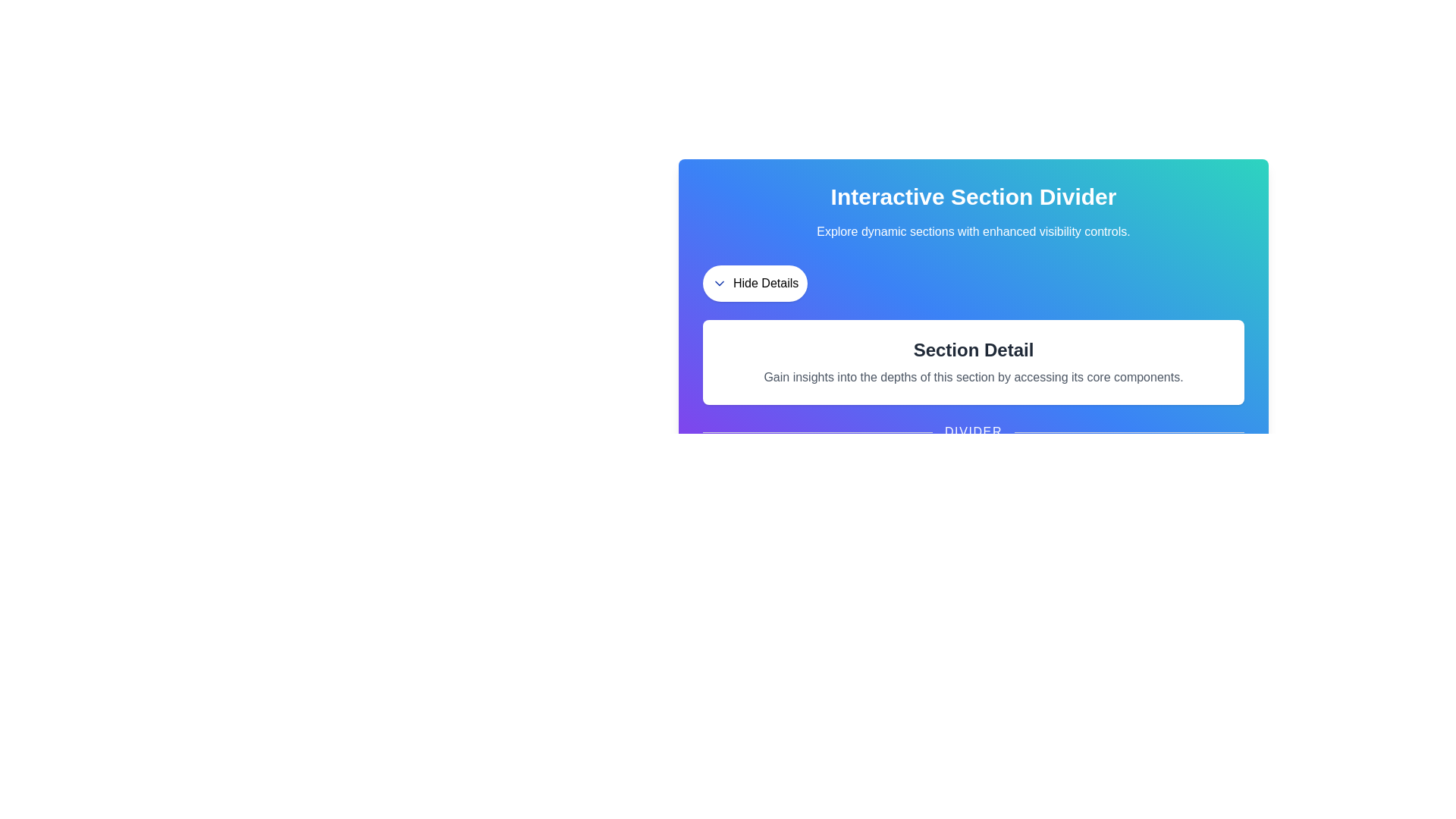 The image size is (1456, 819). Describe the element at coordinates (973, 376) in the screenshot. I see `the descriptive text element located below the 'Section Detail' section title, which provides additional information about its content or purpose` at that location.